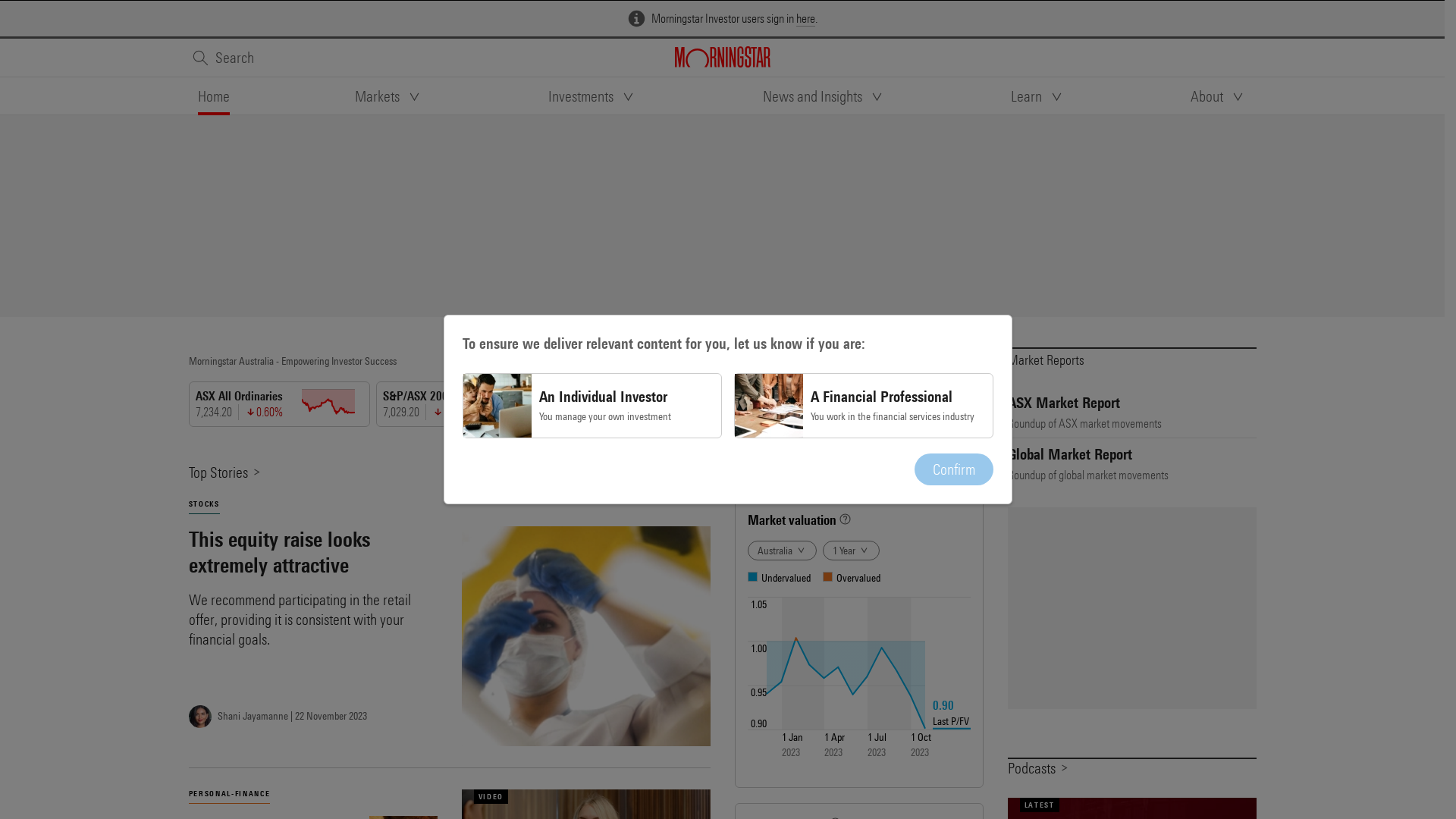  Describe the element at coordinates (1011, 96) in the screenshot. I see `'Learn'` at that location.